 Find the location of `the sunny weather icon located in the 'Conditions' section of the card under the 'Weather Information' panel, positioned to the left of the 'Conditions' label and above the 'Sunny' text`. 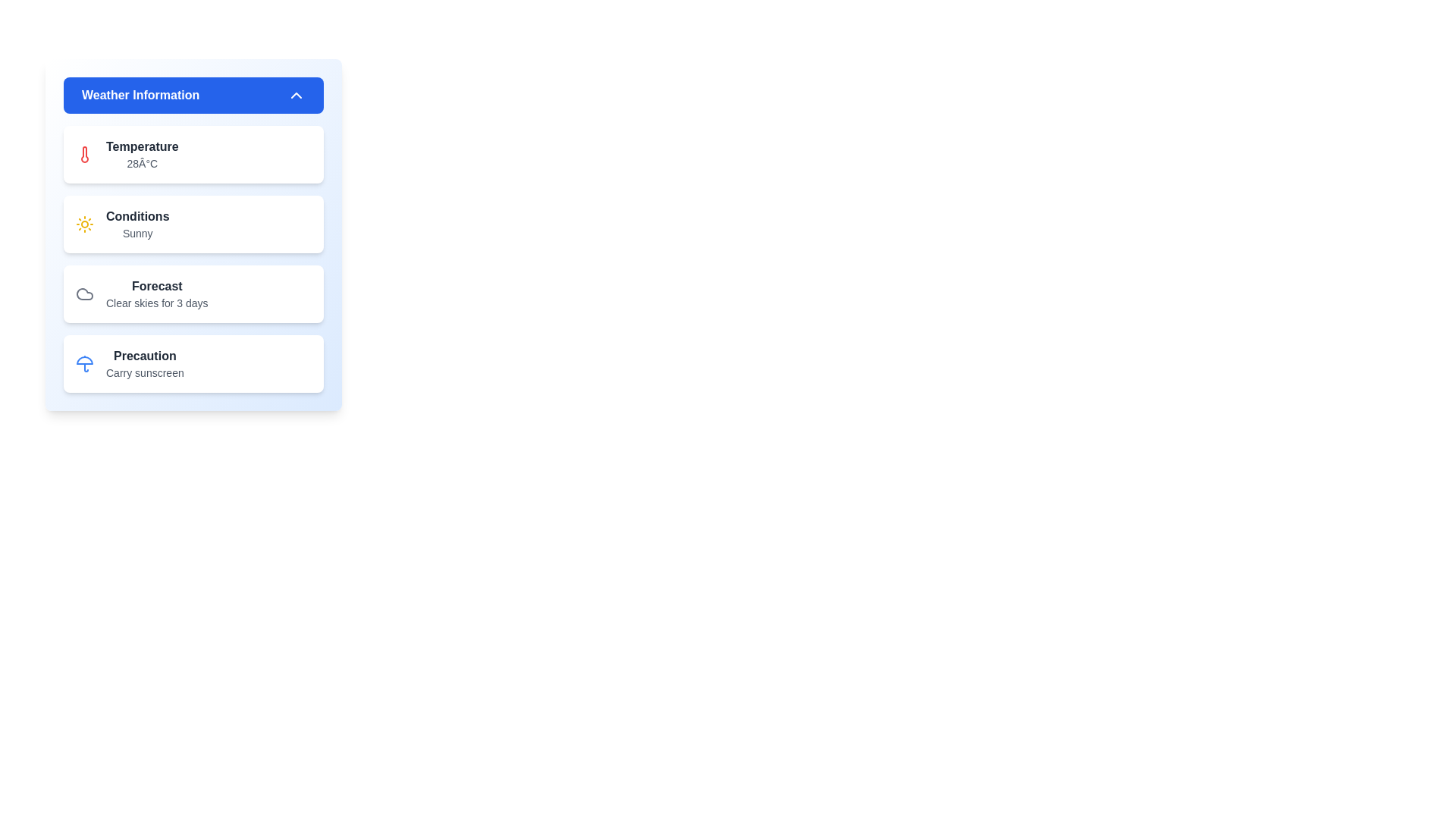

the sunny weather icon located in the 'Conditions' section of the card under the 'Weather Information' panel, positioned to the left of the 'Conditions' label and above the 'Sunny' text is located at coordinates (83, 224).